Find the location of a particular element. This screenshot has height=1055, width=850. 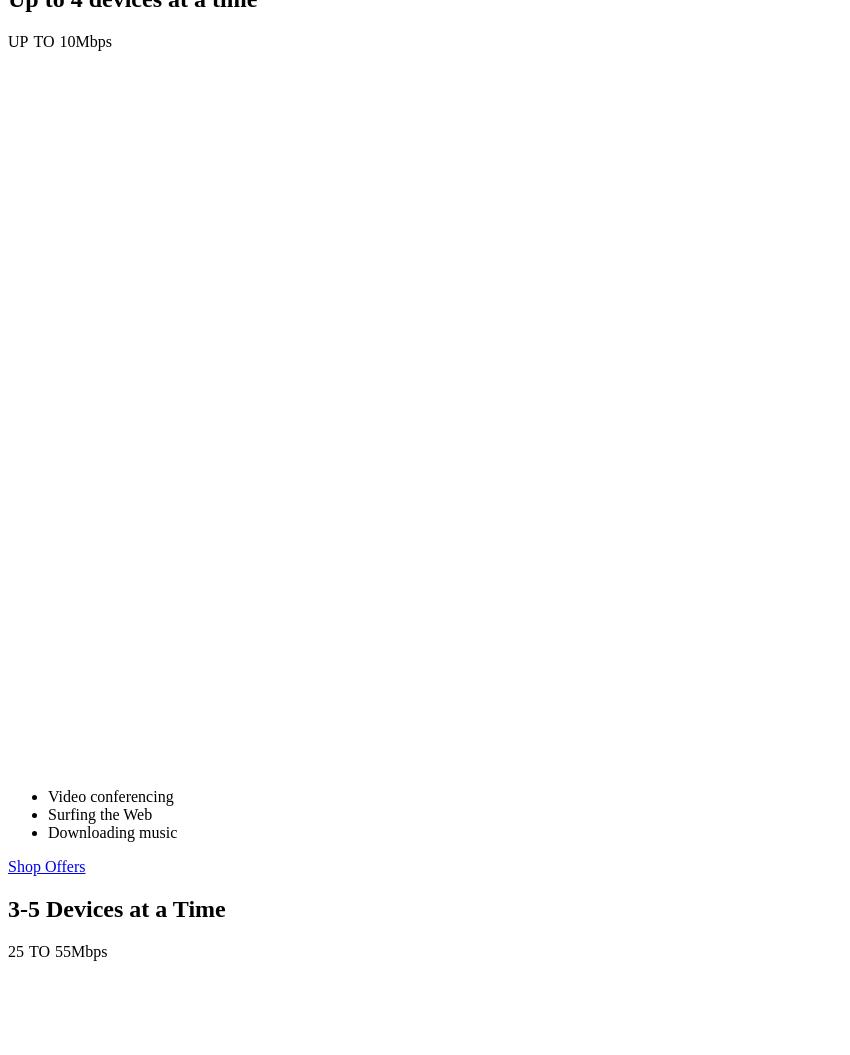

'25' is located at coordinates (14, 951).